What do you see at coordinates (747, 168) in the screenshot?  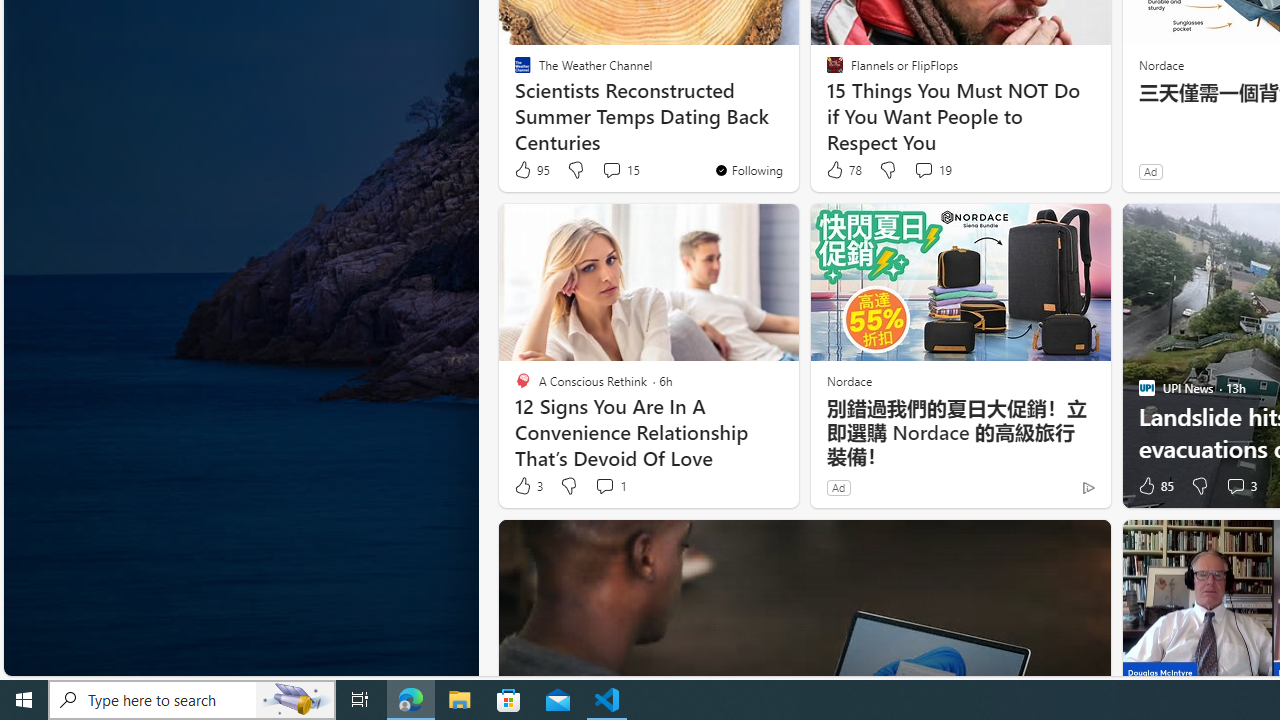 I see `'You'` at bounding box center [747, 168].